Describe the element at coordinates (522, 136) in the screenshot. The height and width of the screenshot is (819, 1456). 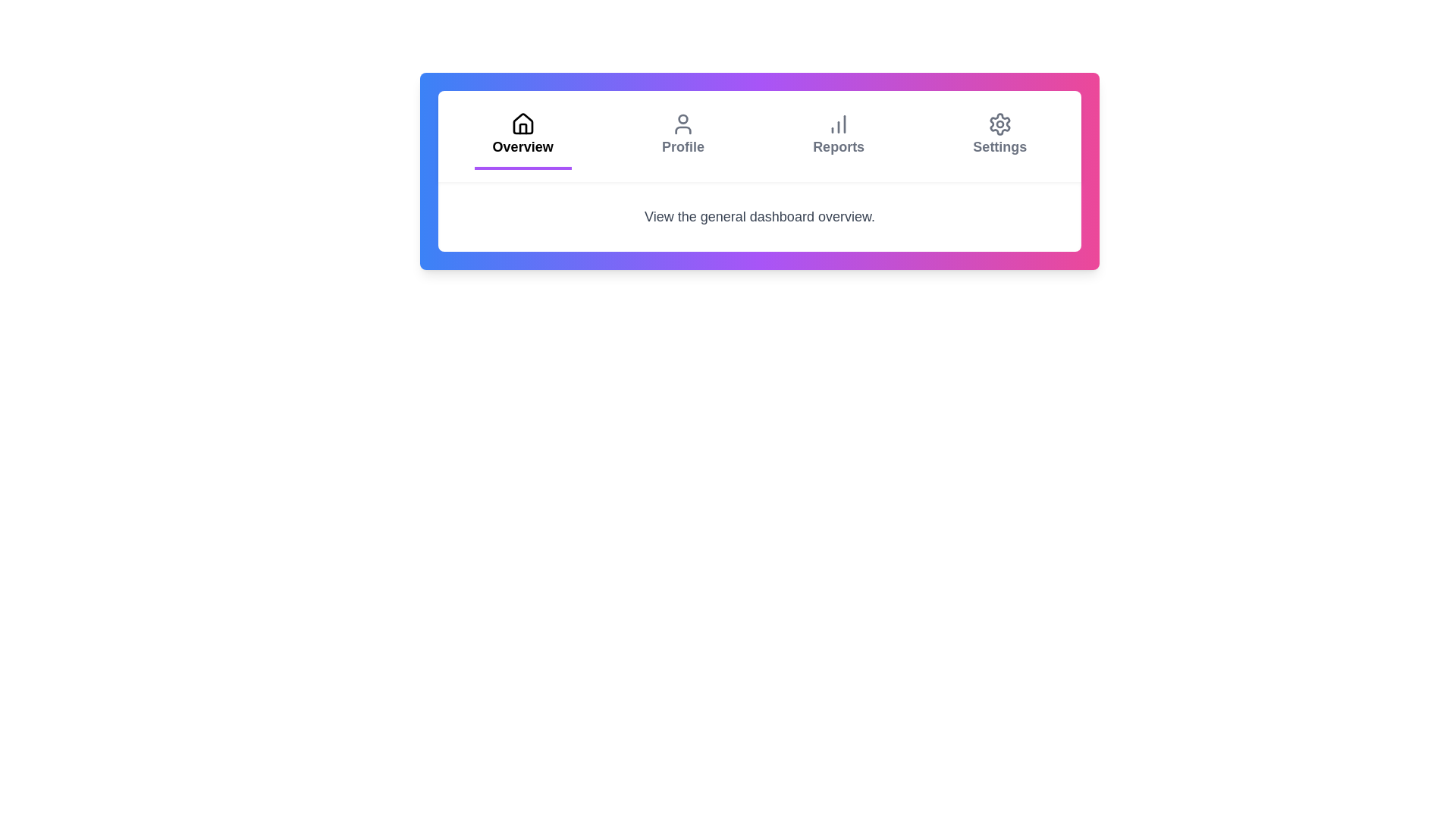
I see `the 'Overview' tab button, which is the first tab in the navigation bar, featuring a house icon and a purple underline` at that location.